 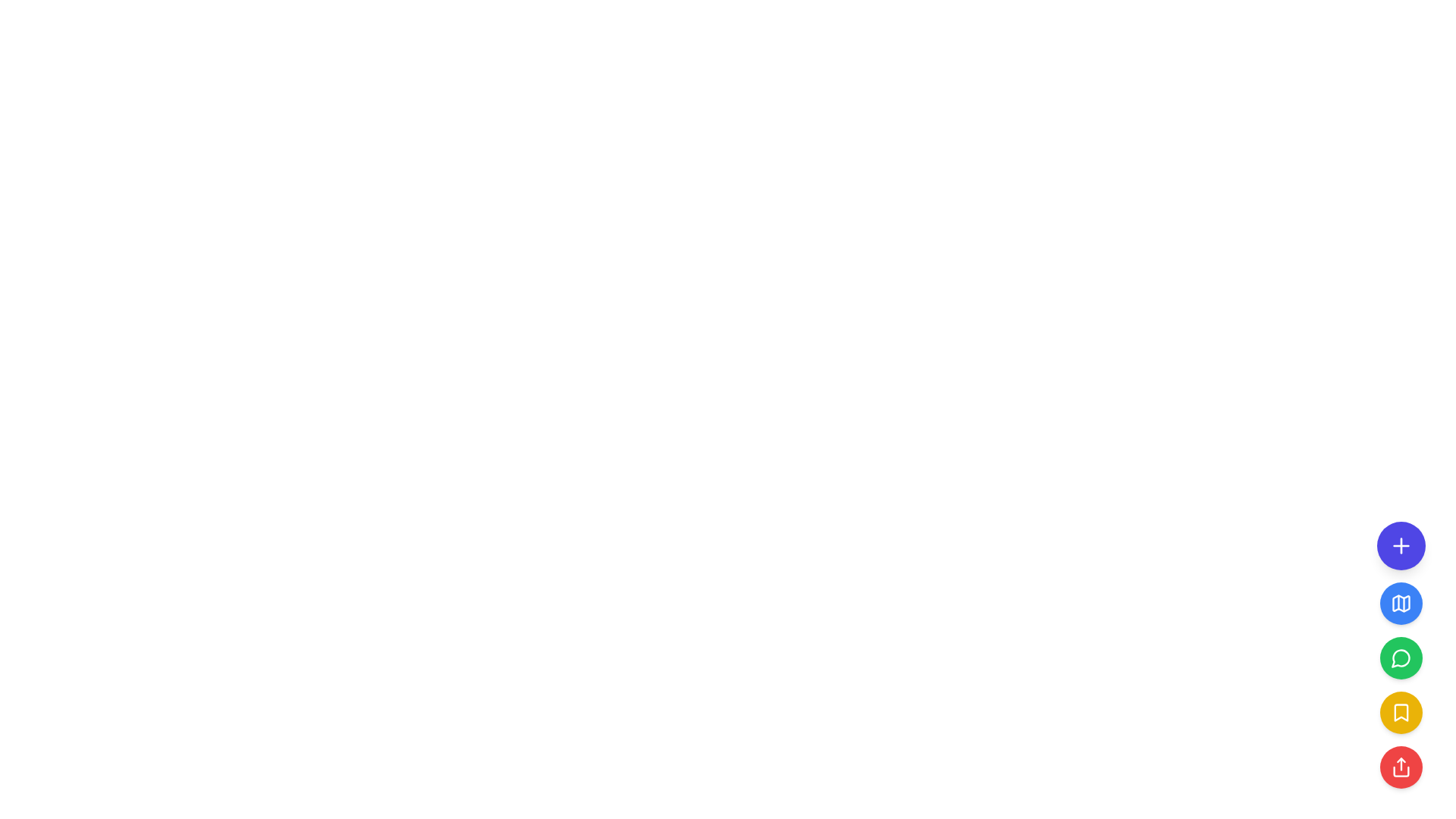 I want to click on the red circular button with a white upward arrow icon, located at the bottom-right corner of the interface, so click(x=1401, y=767).